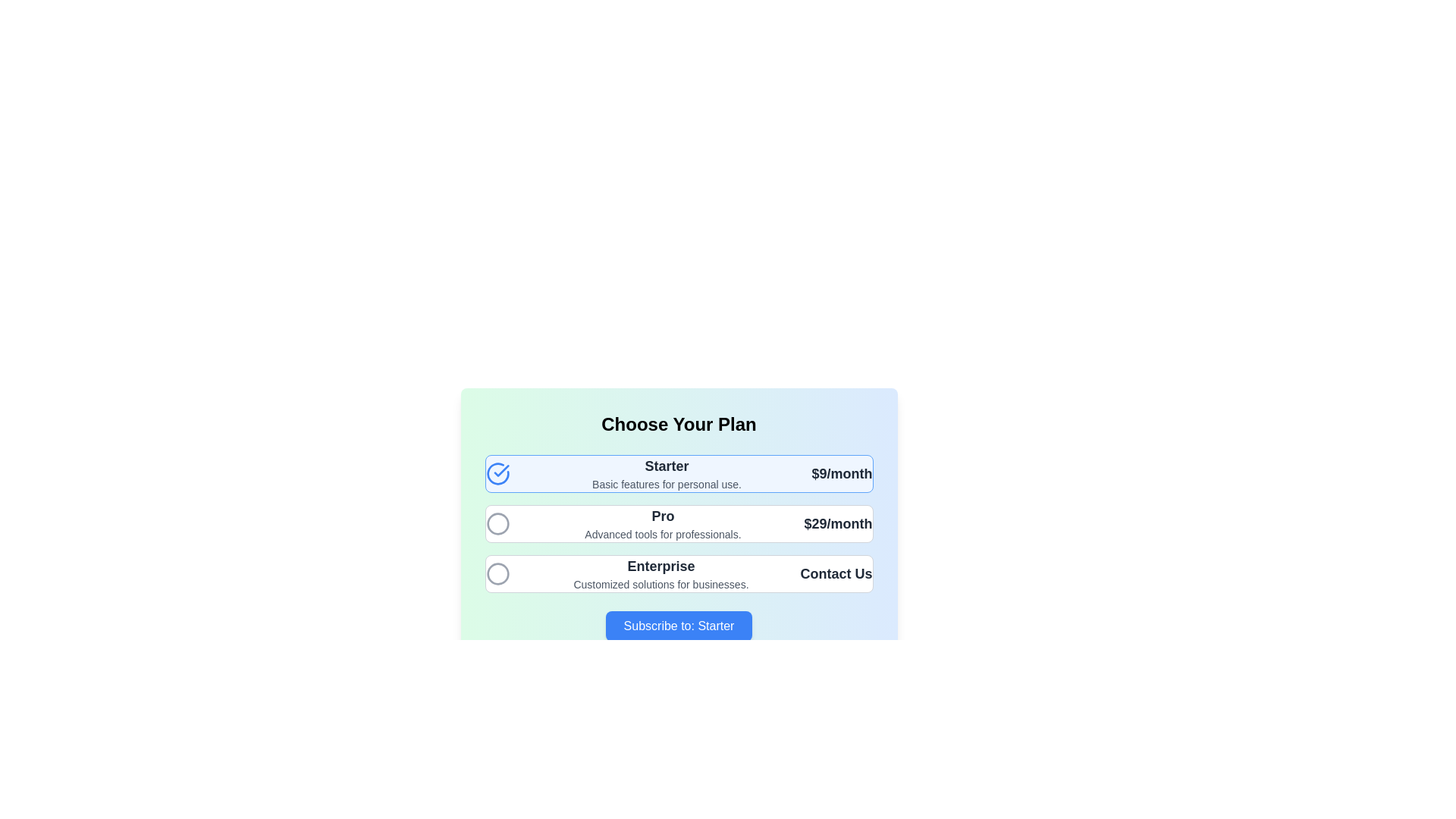 Image resolution: width=1456 pixels, height=819 pixels. What do you see at coordinates (836, 573) in the screenshot?
I see `the 'Contact Us' text label, which is styled in a bold font with large size and dark gray color, located at the far right of the 'Enterprise' plan section` at bounding box center [836, 573].